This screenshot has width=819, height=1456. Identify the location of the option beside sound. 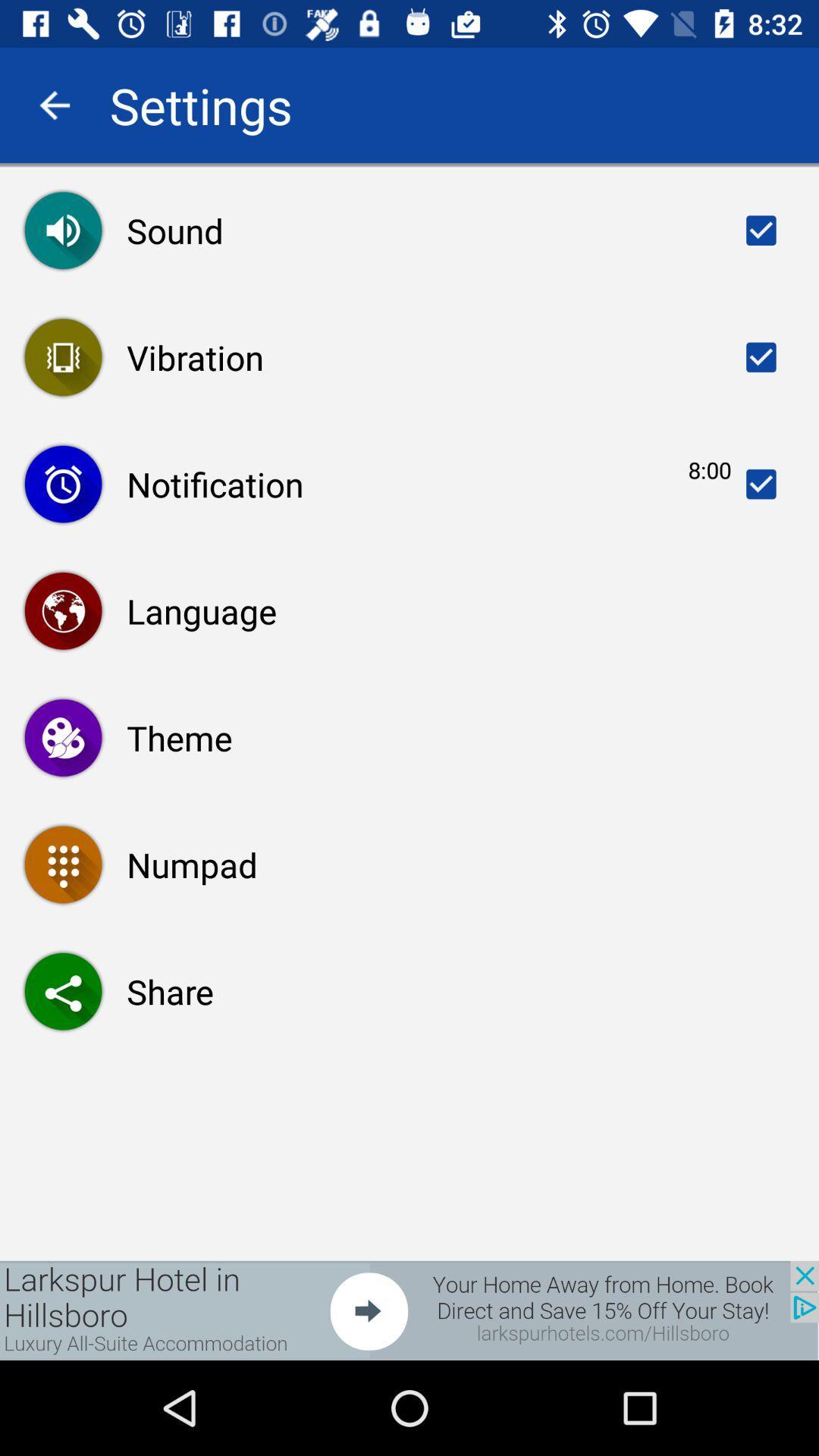
(761, 230).